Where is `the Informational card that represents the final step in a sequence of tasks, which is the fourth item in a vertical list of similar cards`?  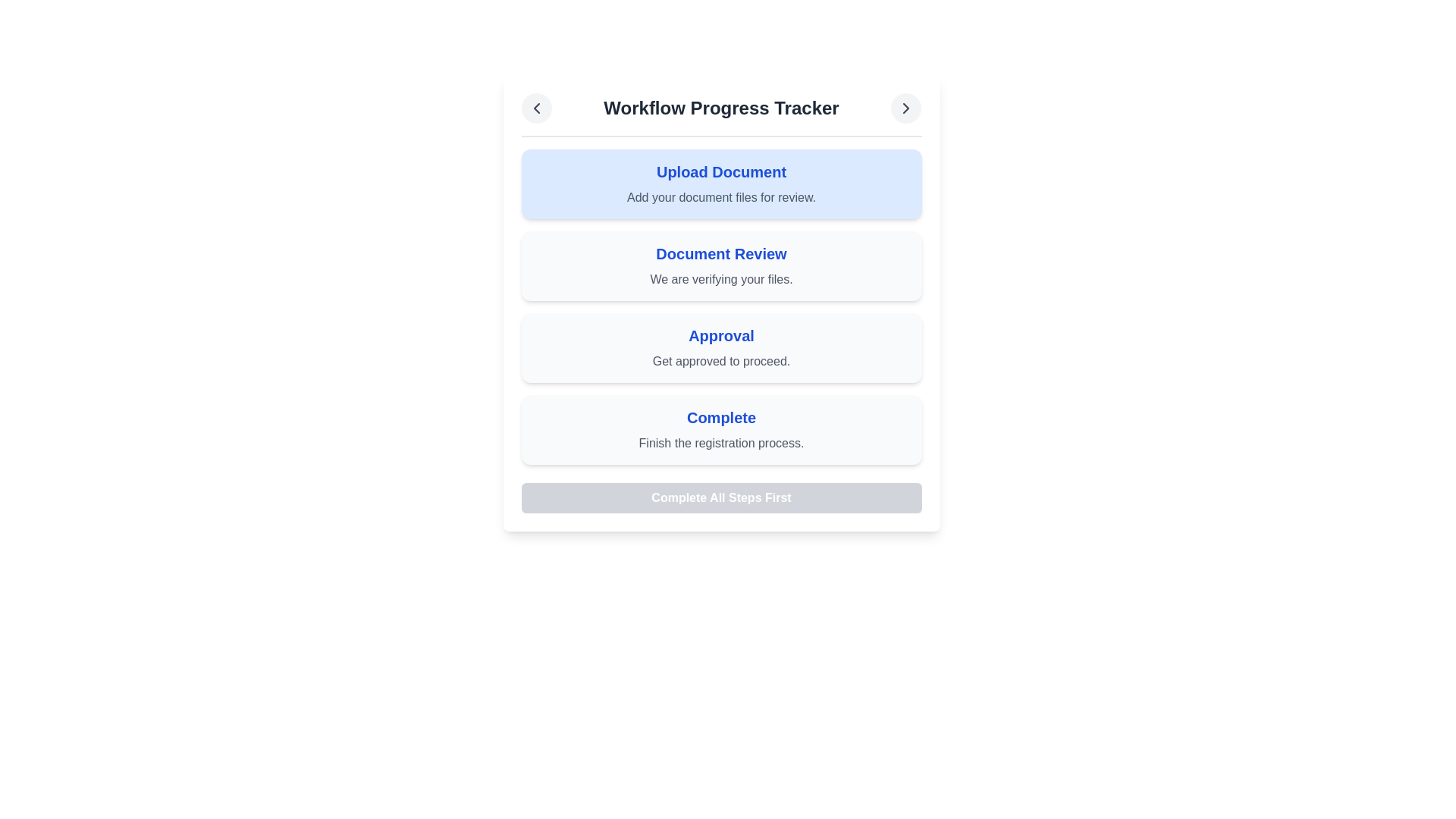
the Informational card that represents the final step in a sequence of tasks, which is the fourth item in a vertical list of similar cards is located at coordinates (720, 430).